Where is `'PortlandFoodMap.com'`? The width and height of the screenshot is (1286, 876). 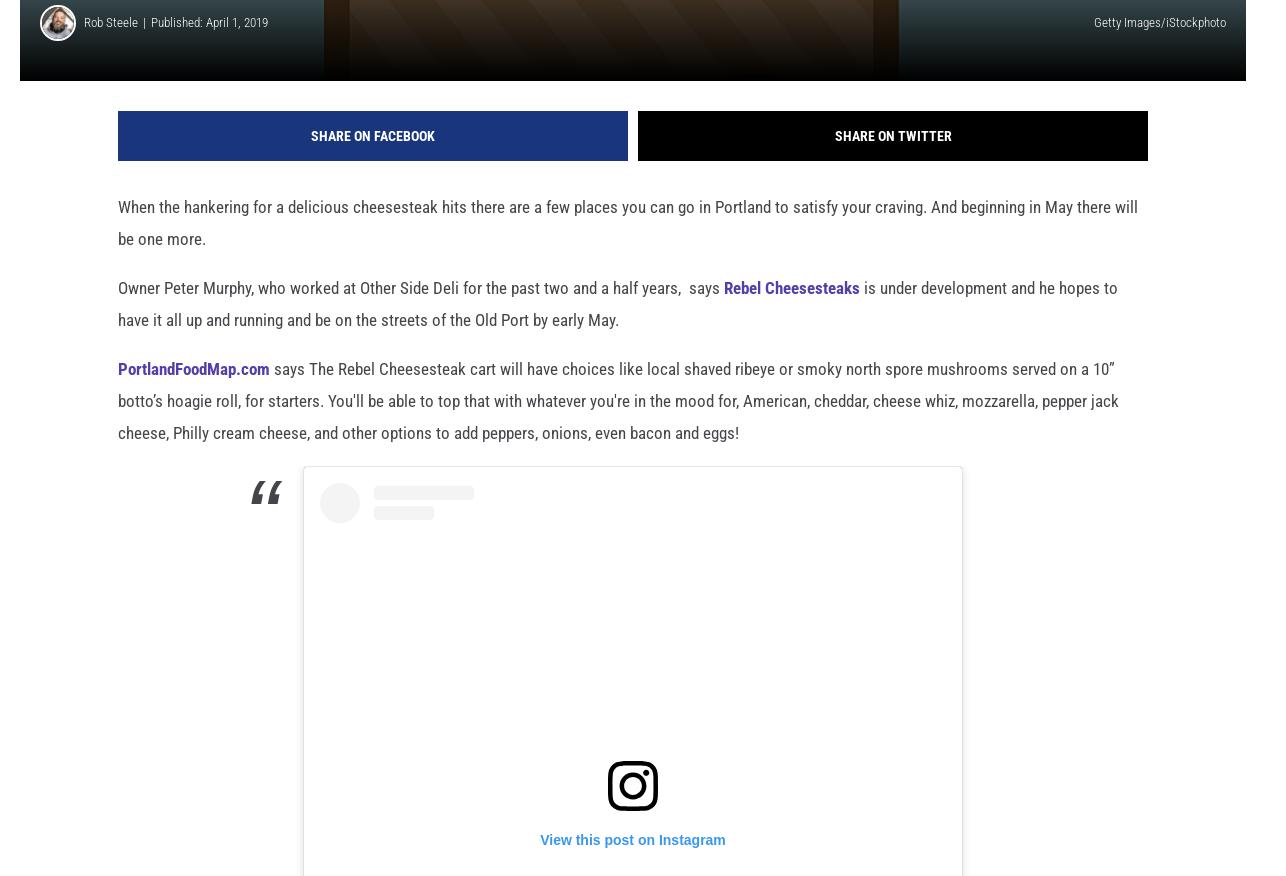
'PortlandFoodMap.com' is located at coordinates (194, 401).